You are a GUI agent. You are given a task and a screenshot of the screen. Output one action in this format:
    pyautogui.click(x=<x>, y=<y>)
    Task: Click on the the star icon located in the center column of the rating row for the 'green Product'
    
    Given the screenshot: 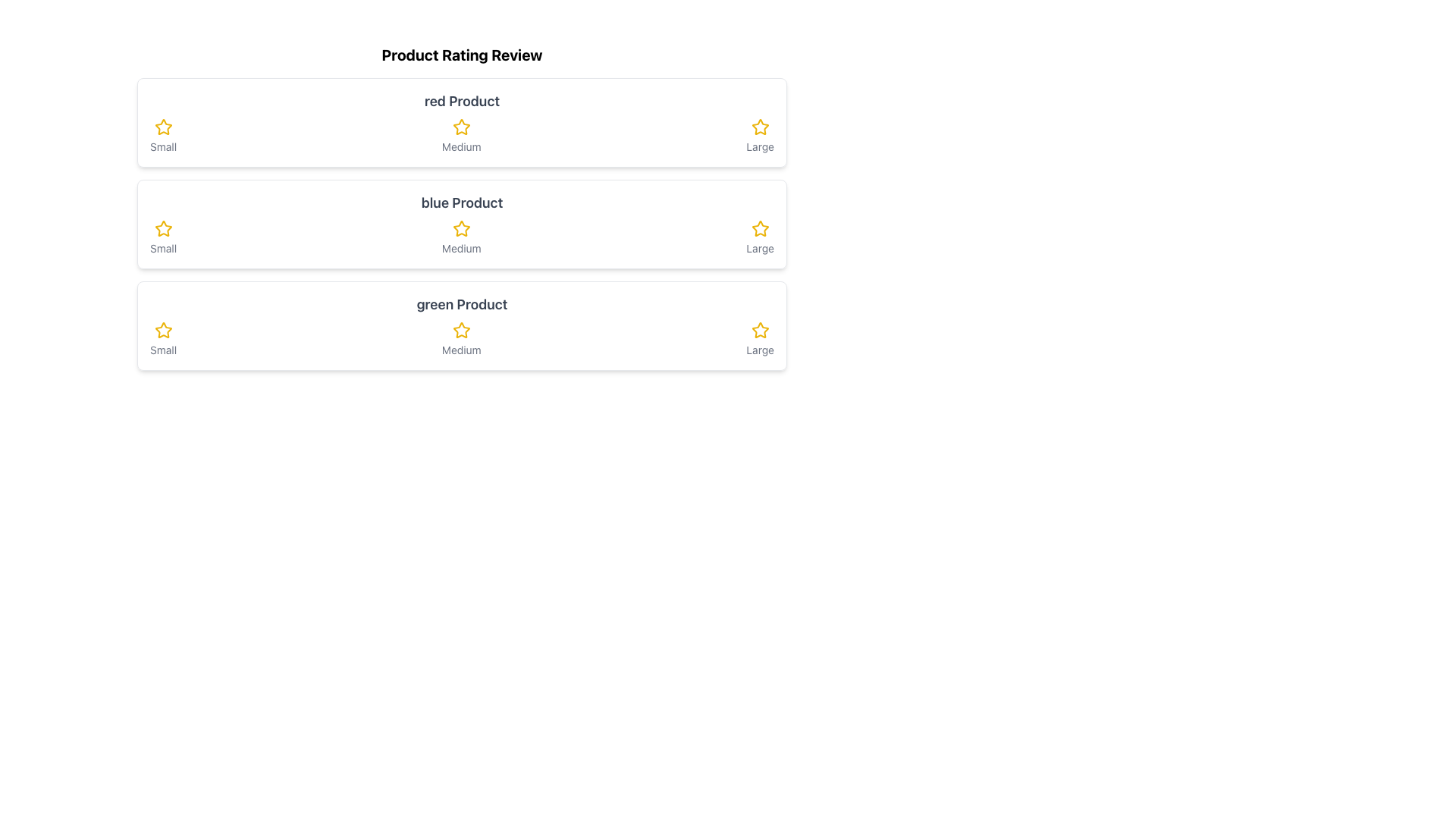 What is the action you would take?
    pyautogui.click(x=460, y=329)
    